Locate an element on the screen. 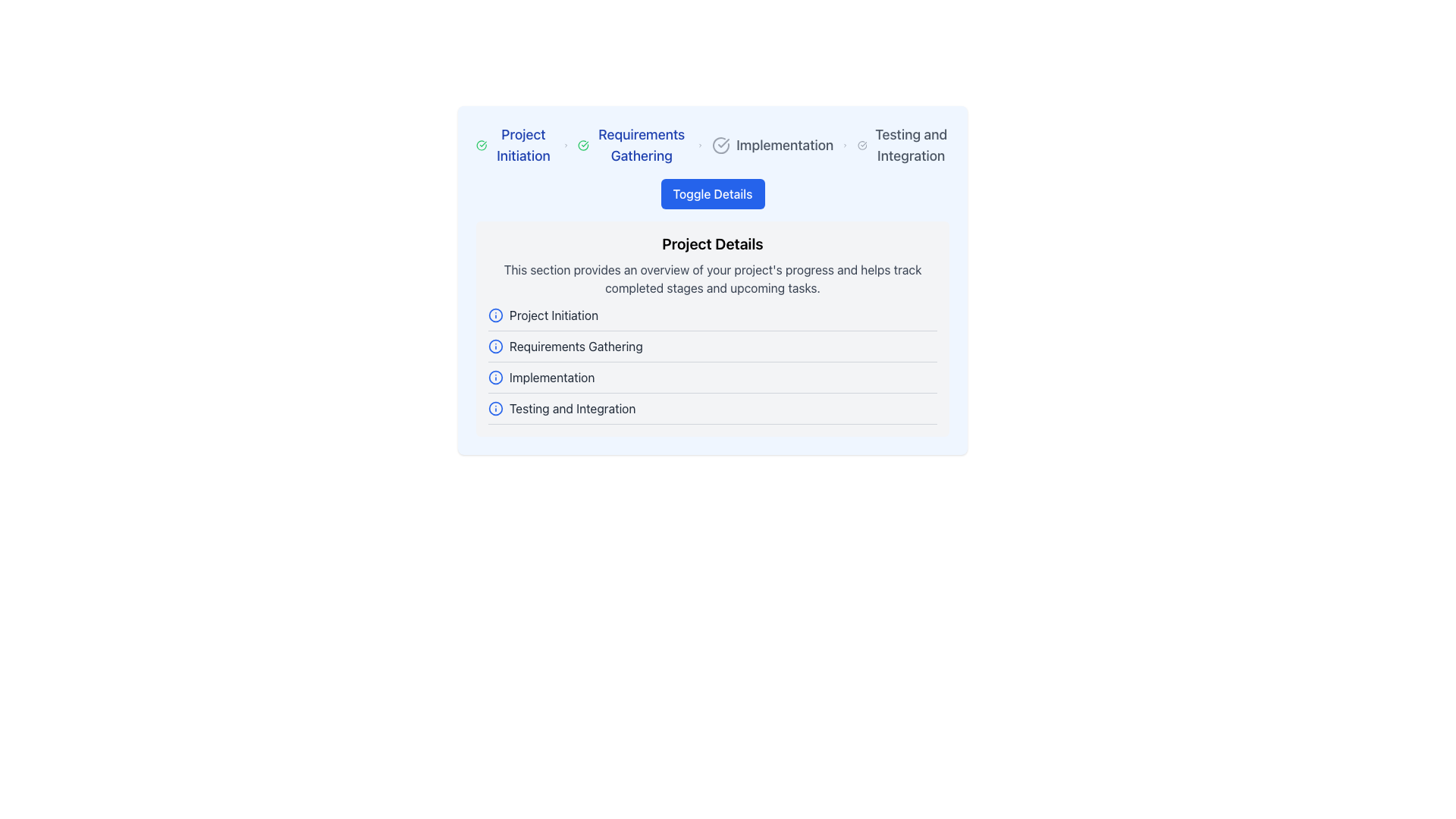 Image resolution: width=1456 pixels, height=819 pixels. the Structured Section that displays an overview of the project's details, including its progress and key stages, located beneath the 'Toggle Details' button is located at coordinates (712, 307).